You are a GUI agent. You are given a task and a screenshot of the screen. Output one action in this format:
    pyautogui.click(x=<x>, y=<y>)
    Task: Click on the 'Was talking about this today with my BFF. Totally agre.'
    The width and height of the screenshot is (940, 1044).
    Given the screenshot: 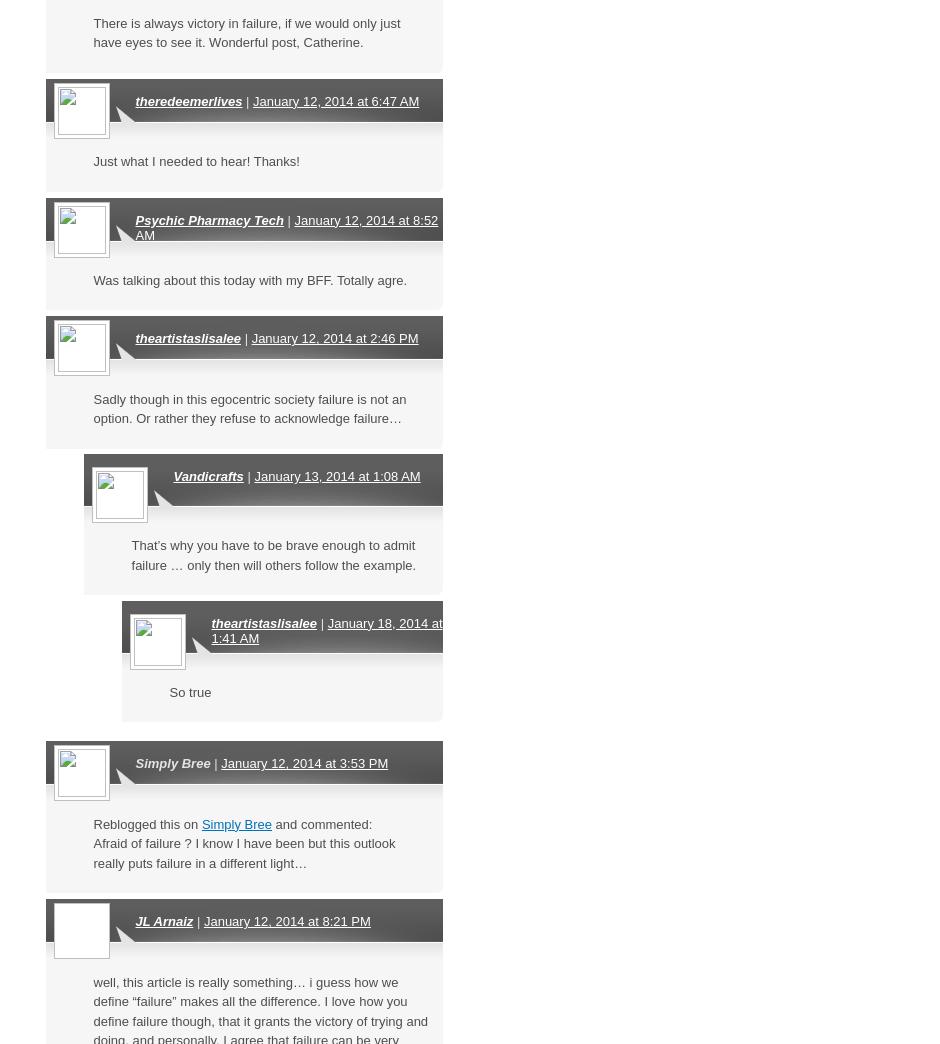 What is the action you would take?
    pyautogui.click(x=92, y=278)
    